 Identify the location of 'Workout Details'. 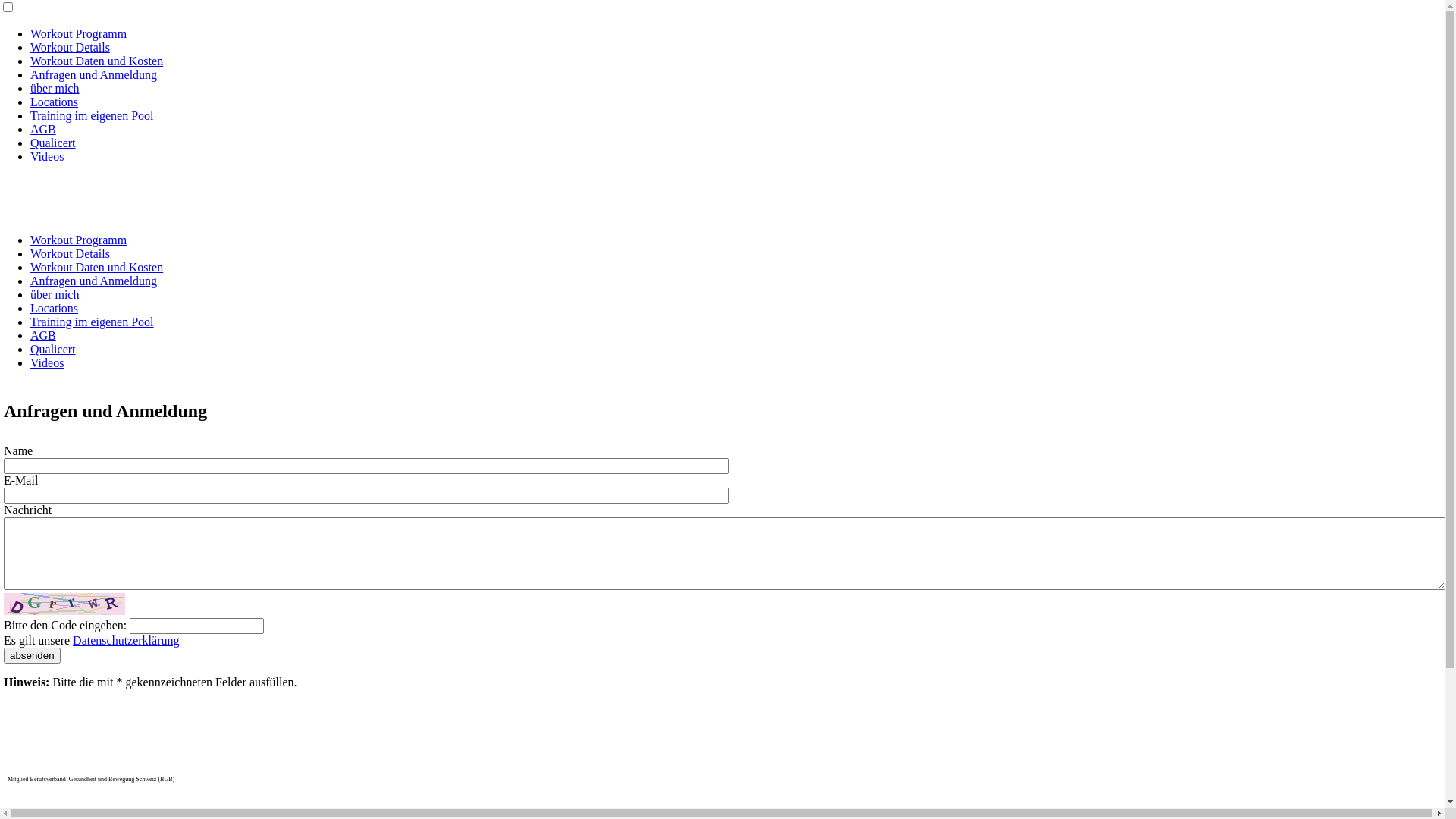
(69, 253).